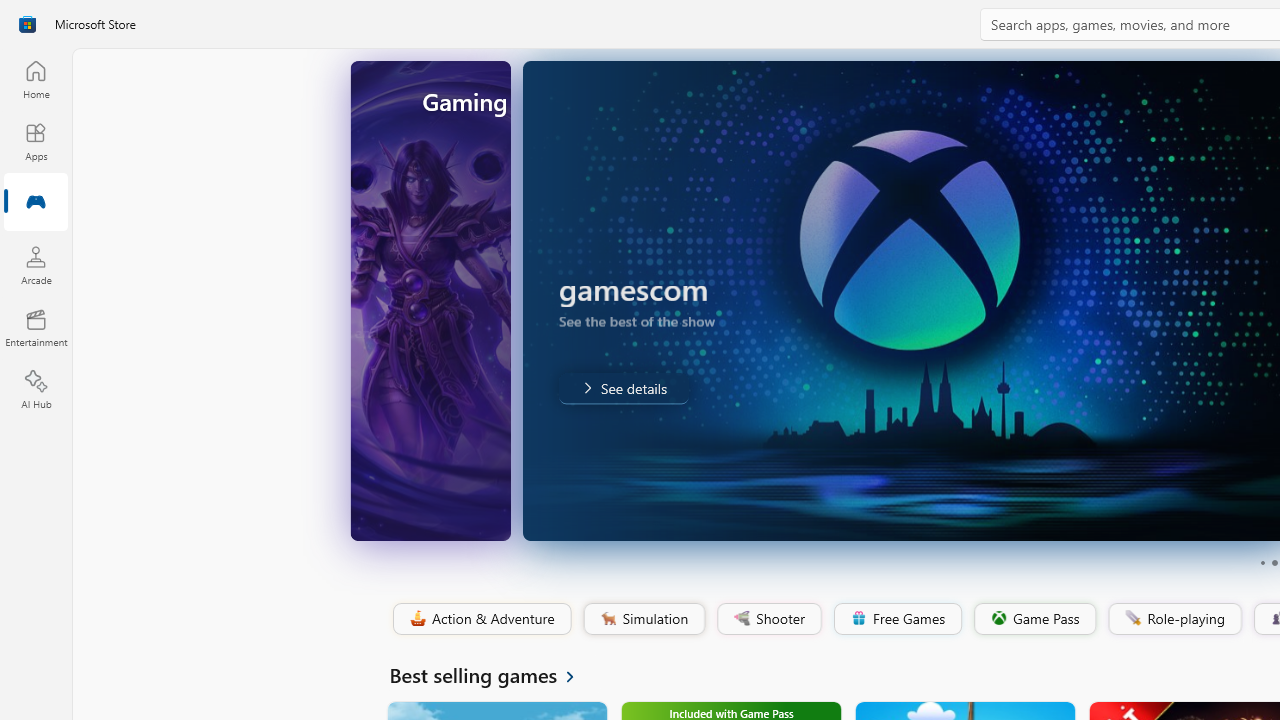 Image resolution: width=1280 pixels, height=720 pixels. What do you see at coordinates (35, 78) in the screenshot?
I see `'Home'` at bounding box center [35, 78].